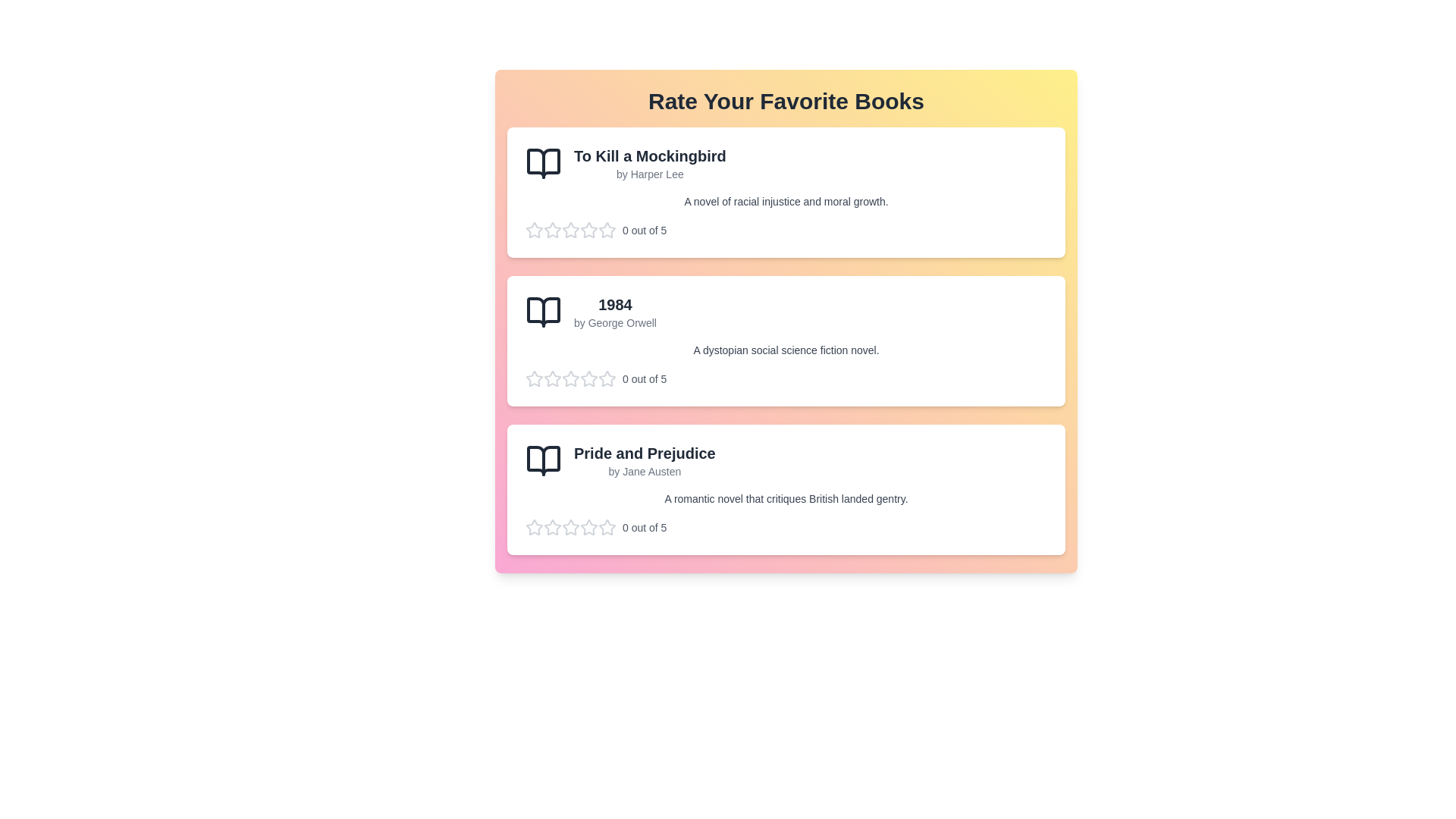 The width and height of the screenshot is (1456, 819). Describe the element at coordinates (588, 526) in the screenshot. I see `the first rating star of the 'Pride and Prejudice' book to rate it` at that location.